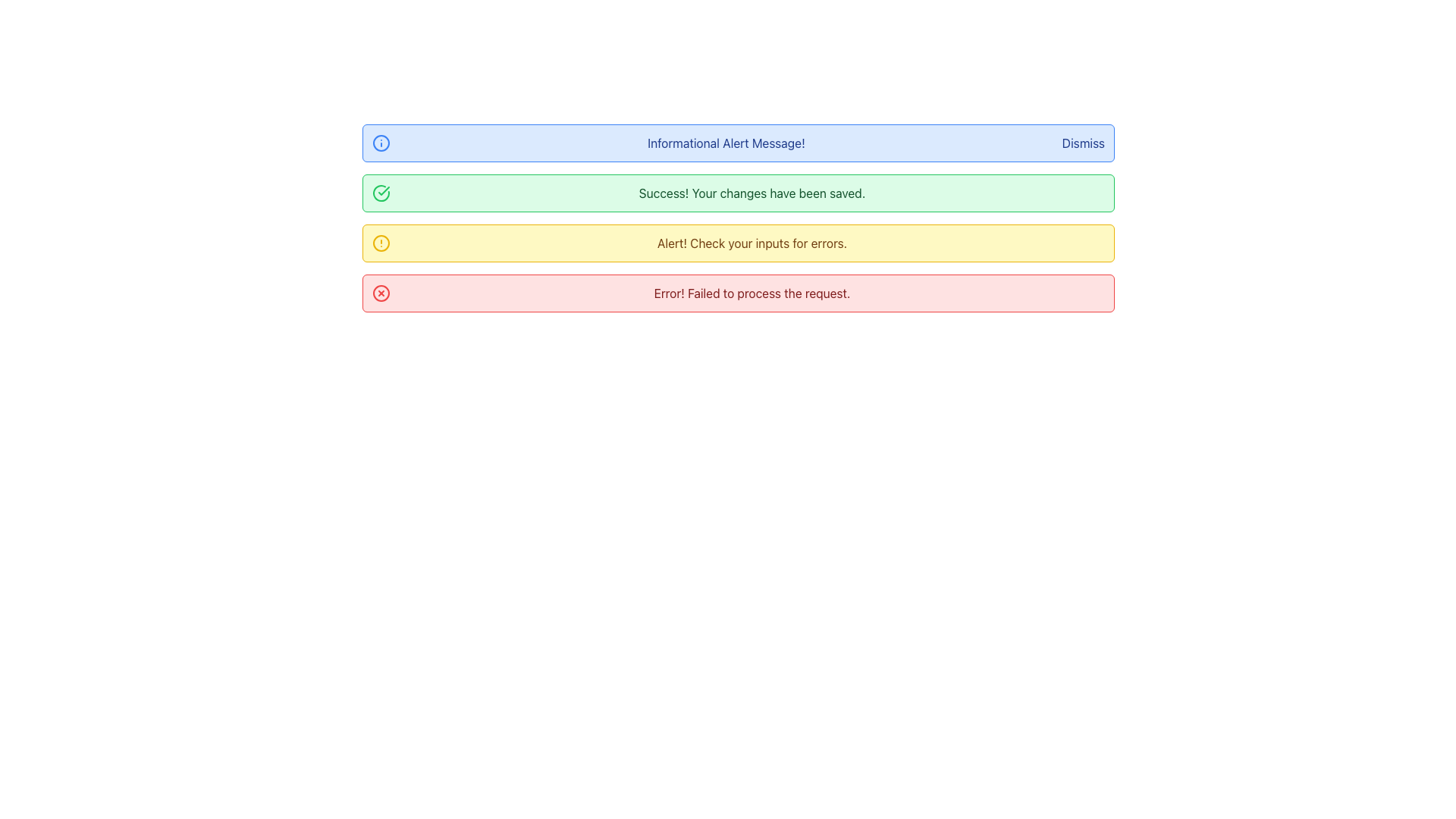 The width and height of the screenshot is (1456, 819). What do you see at coordinates (381, 242) in the screenshot?
I see `the yellow circular icon with an exclamation mark, which is part of the notification component indicating 'Alert! Check your inputs for errors.'` at bounding box center [381, 242].